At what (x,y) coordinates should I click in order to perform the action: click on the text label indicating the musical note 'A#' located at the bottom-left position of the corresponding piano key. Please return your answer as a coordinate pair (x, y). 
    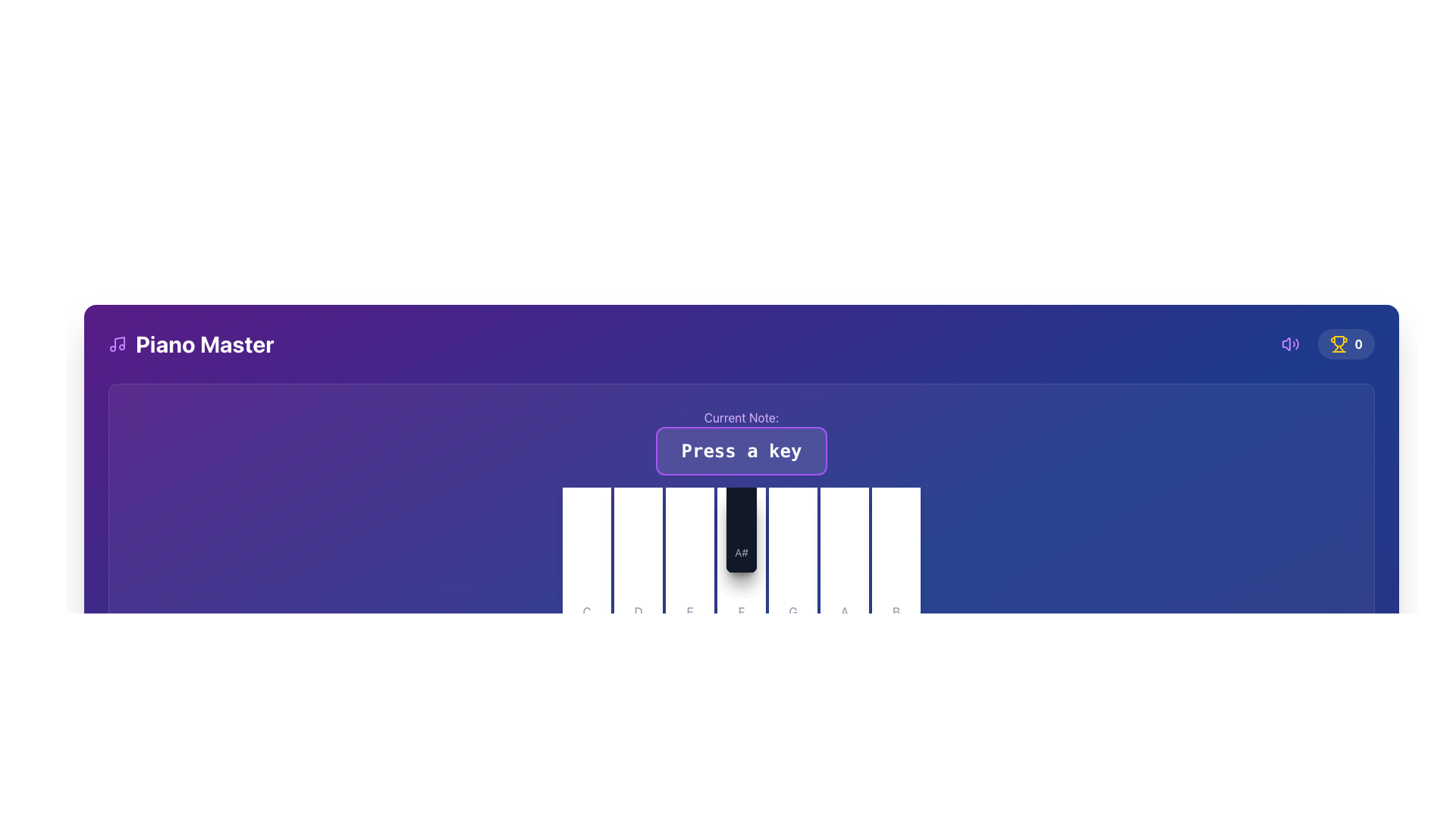
    Looking at the image, I should click on (742, 553).